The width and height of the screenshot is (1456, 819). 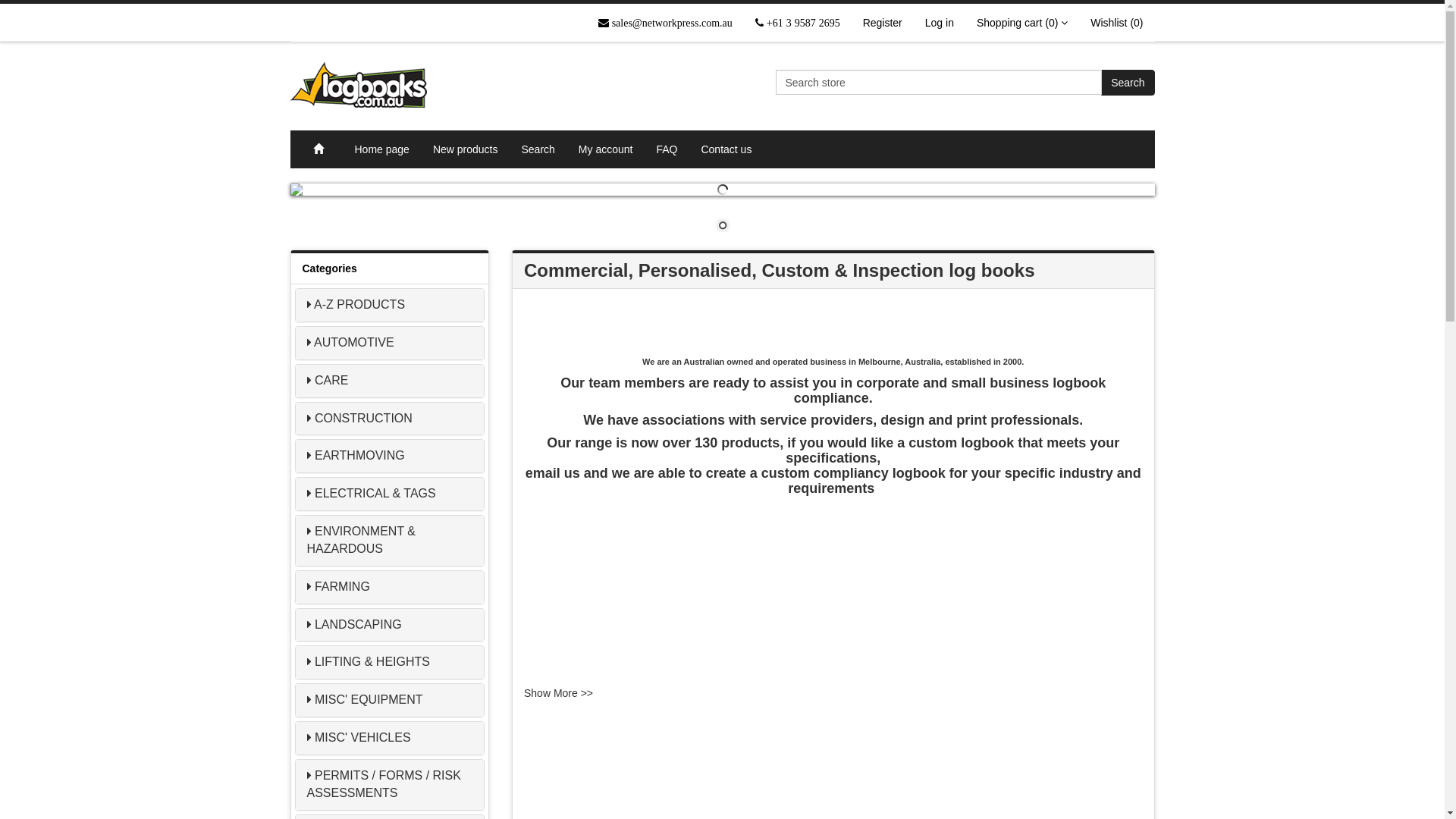 I want to click on '+61 3 9587 2695', so click(x=796, y=23).